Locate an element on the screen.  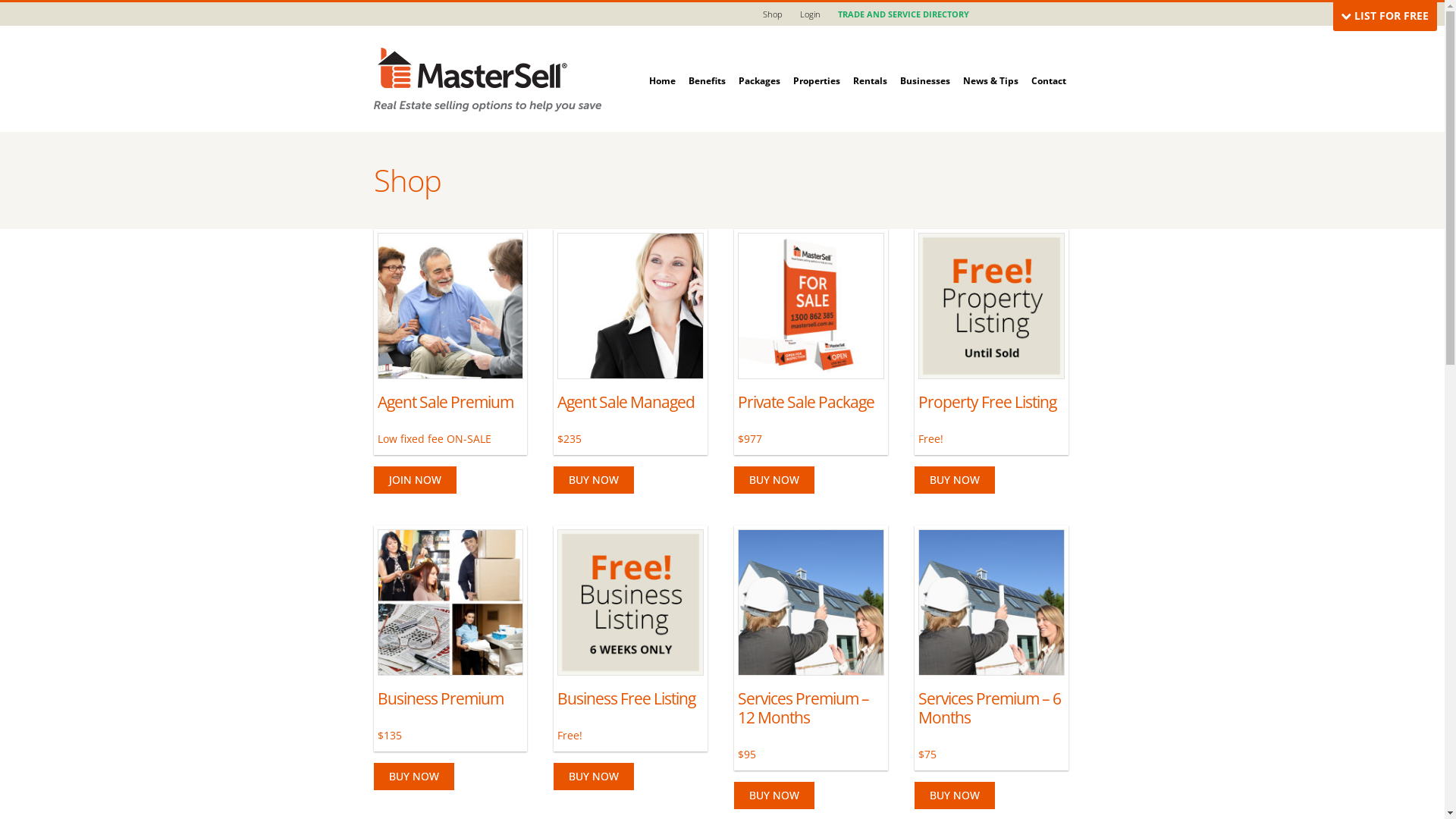
'Property Free Listing is located at coordinates (917, 338).